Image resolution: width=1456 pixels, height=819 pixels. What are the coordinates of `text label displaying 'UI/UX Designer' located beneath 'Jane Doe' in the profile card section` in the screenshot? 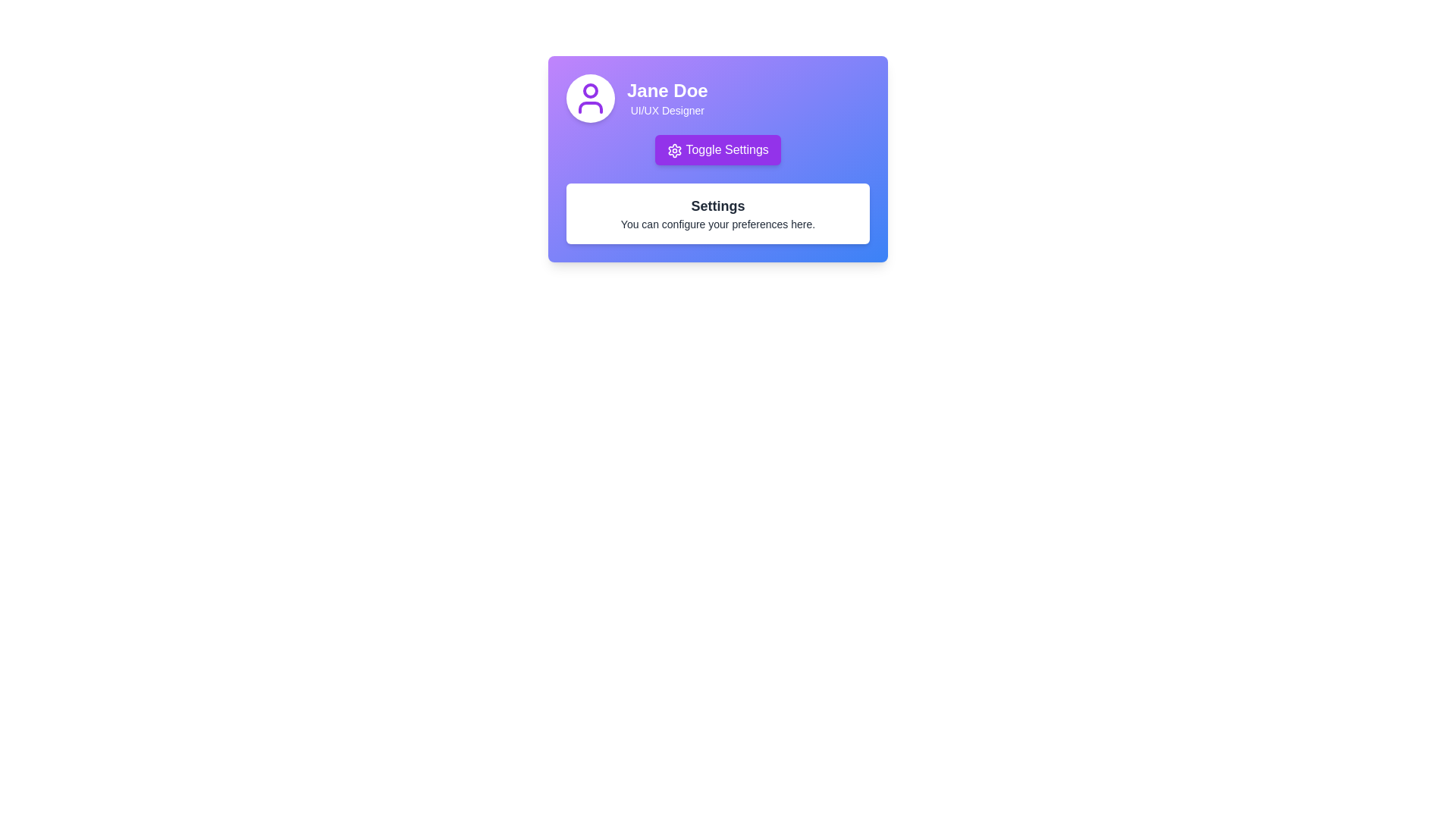 It's located at (667, 110).